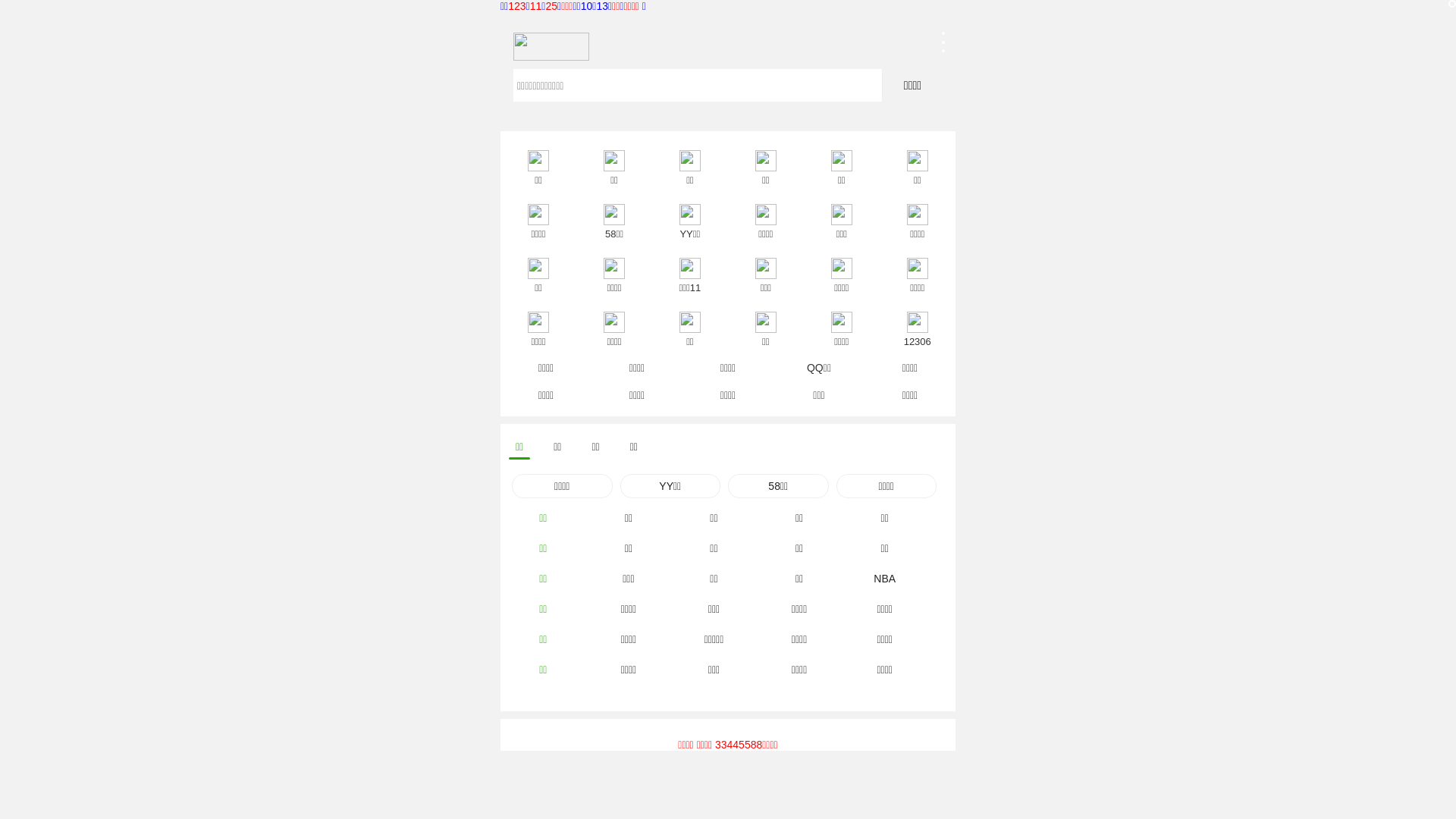 This screenshot has height=819, width=1456. I want to click on '12306', so click(880, 318).